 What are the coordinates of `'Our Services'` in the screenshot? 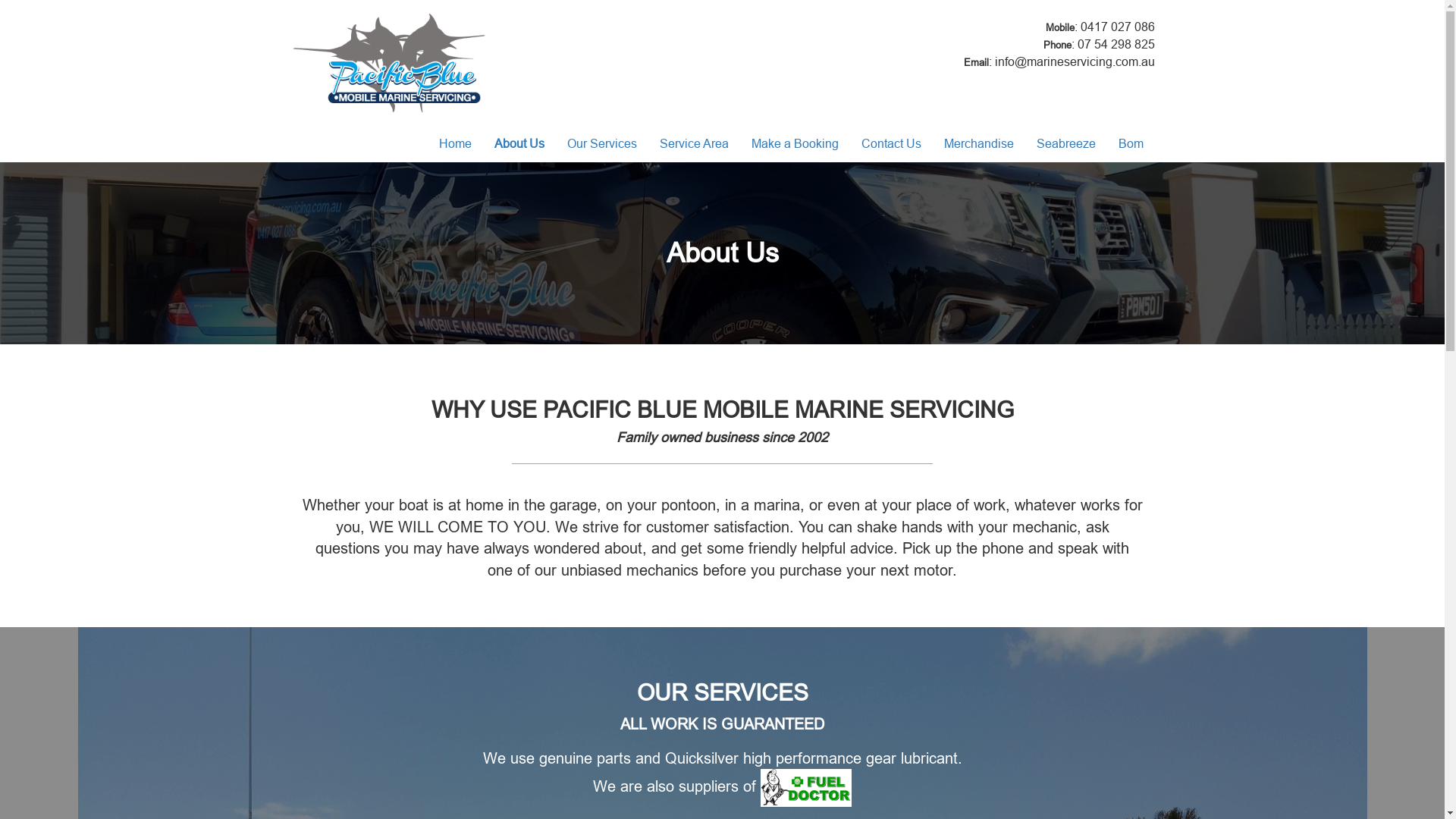 It's located at (600, 143).